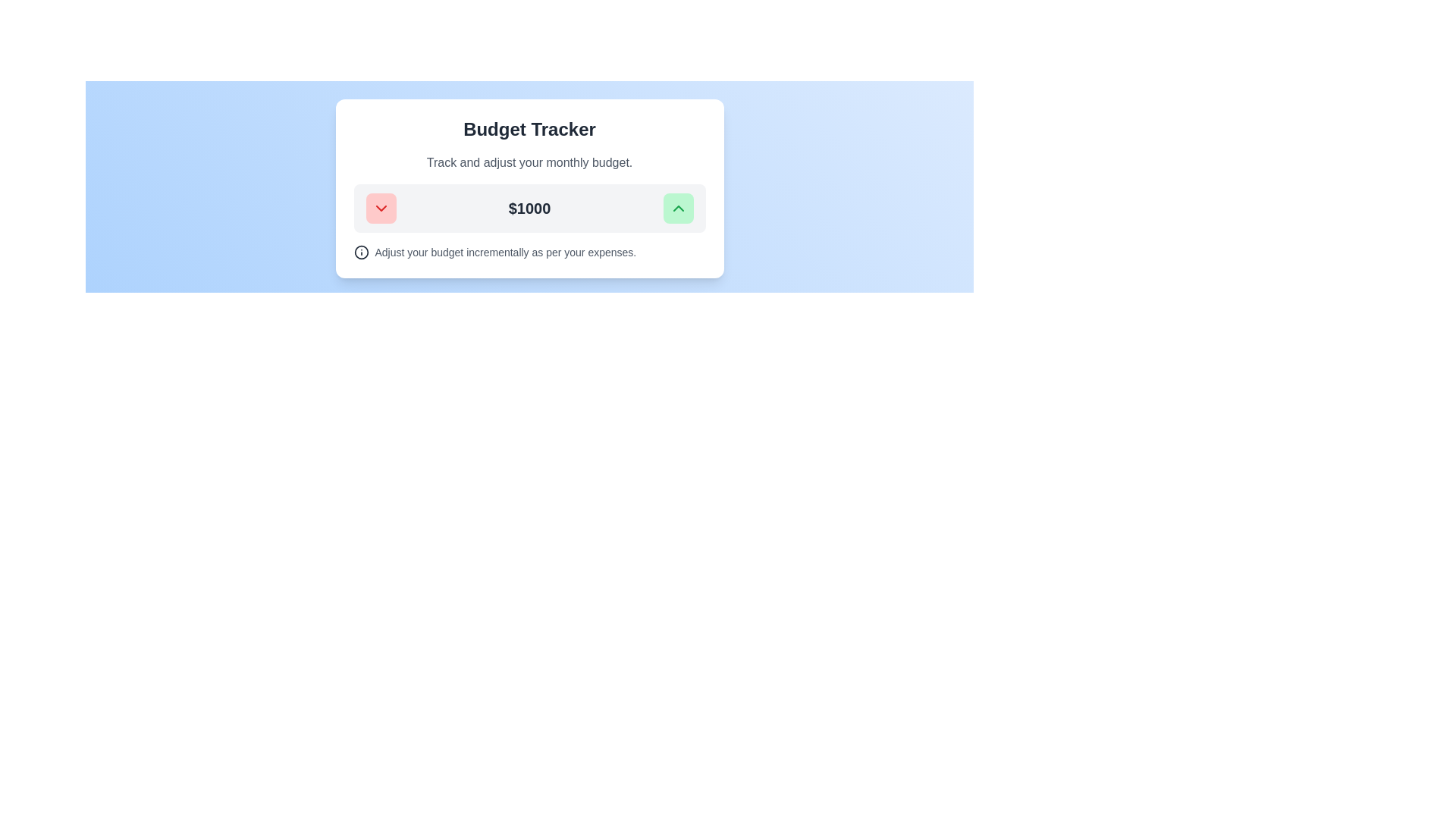 The width and height of the screenshot is (1456, 819). What do you see at coordinates (381, 208) in the screenshot?
I see `the small, square-shaped button with rounded corners and a red background, featuring a downward-pointing chevron icon, to decrease the budget amount` at bounding box center [381, 208].